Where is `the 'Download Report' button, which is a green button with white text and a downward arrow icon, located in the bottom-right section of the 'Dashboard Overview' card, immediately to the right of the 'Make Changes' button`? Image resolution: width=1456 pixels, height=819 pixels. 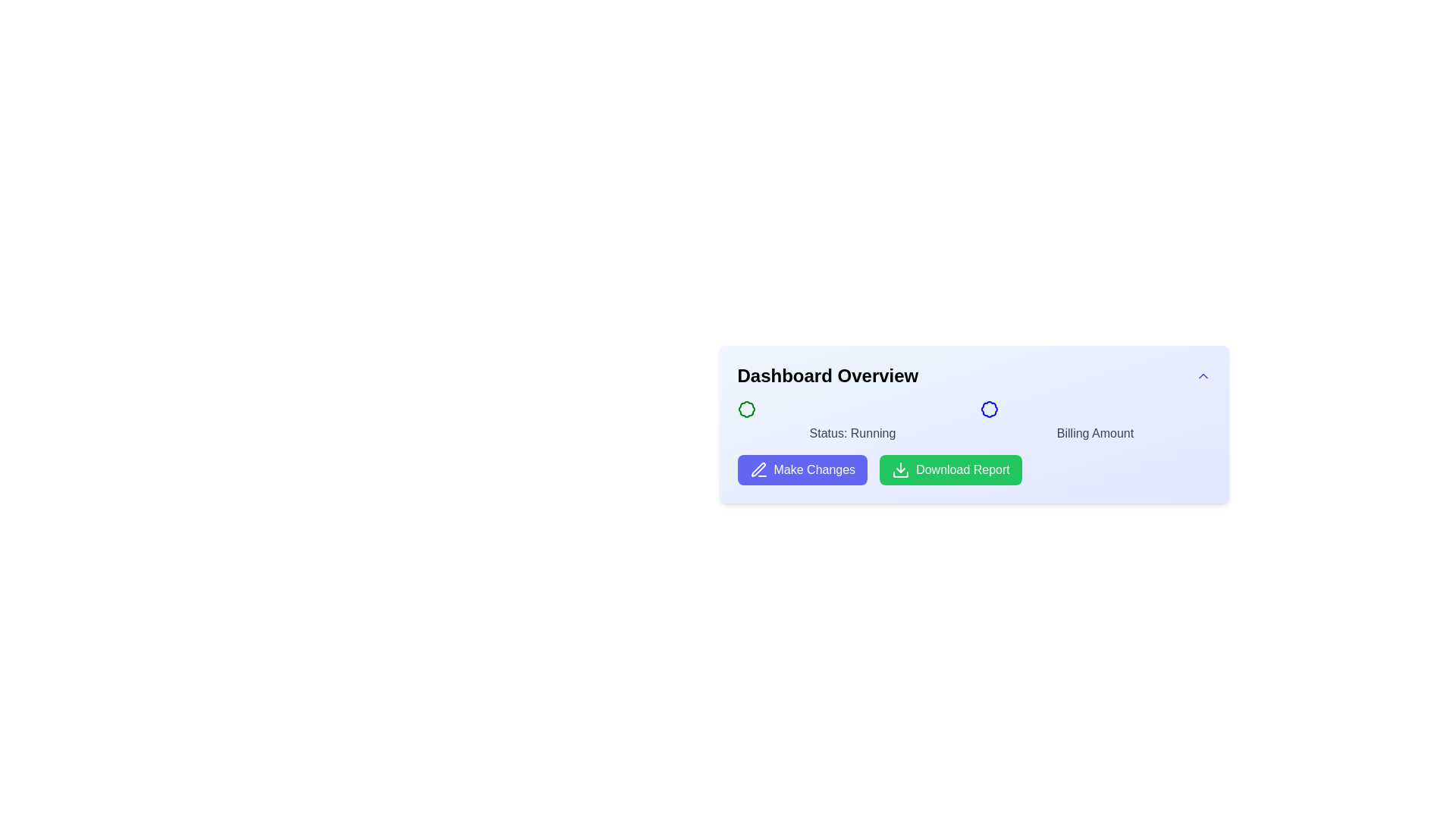
the 'Download Report' button, which is a green button with white text and a downward arrow icon, located in the bottom-right section of the 'Dashboard Overview' card, immediately to the right of the 'Make Changes' button is located at coordinates (949, 469).